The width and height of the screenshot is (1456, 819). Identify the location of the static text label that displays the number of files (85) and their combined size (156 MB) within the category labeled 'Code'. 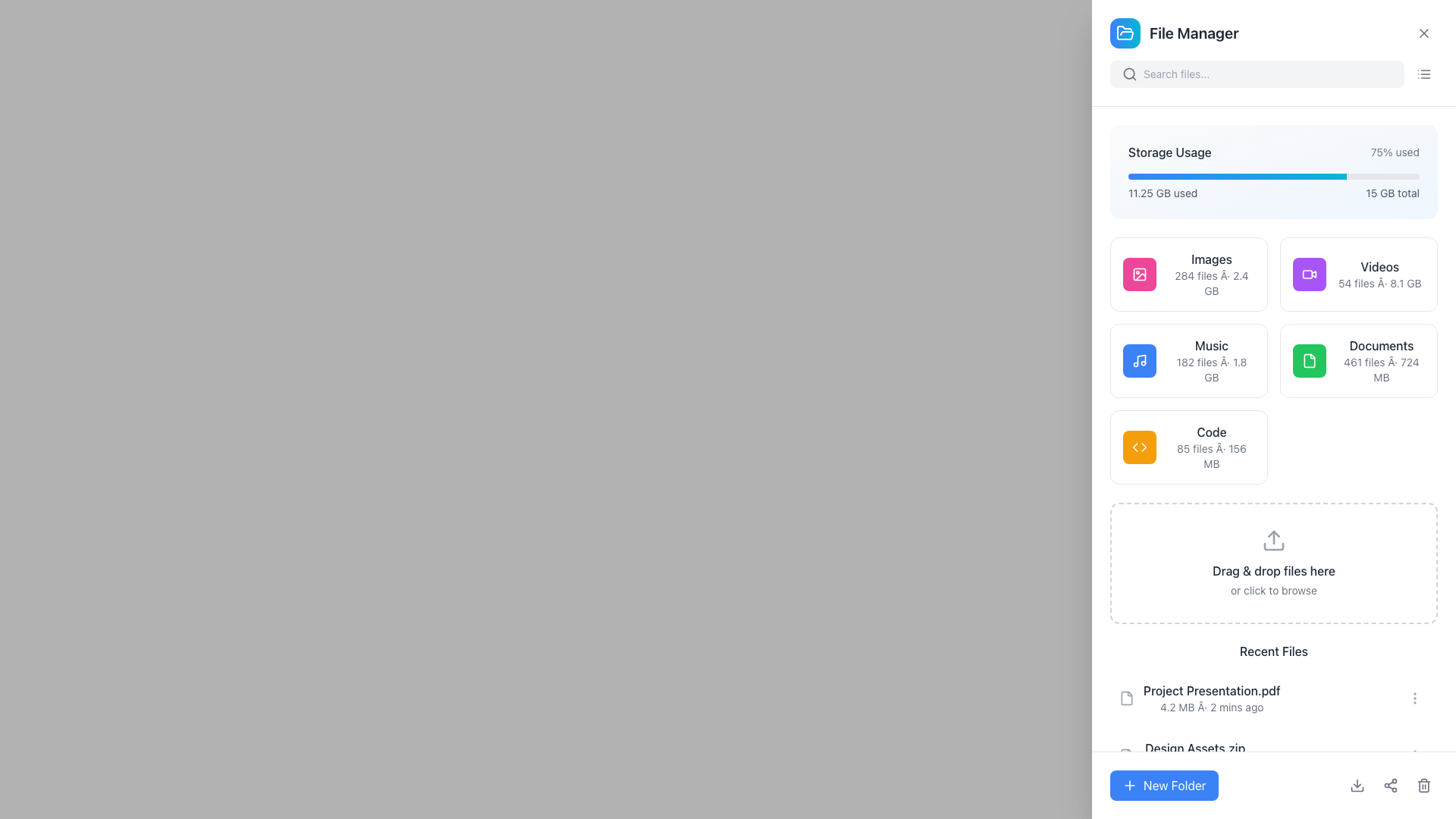
(1211, 455).